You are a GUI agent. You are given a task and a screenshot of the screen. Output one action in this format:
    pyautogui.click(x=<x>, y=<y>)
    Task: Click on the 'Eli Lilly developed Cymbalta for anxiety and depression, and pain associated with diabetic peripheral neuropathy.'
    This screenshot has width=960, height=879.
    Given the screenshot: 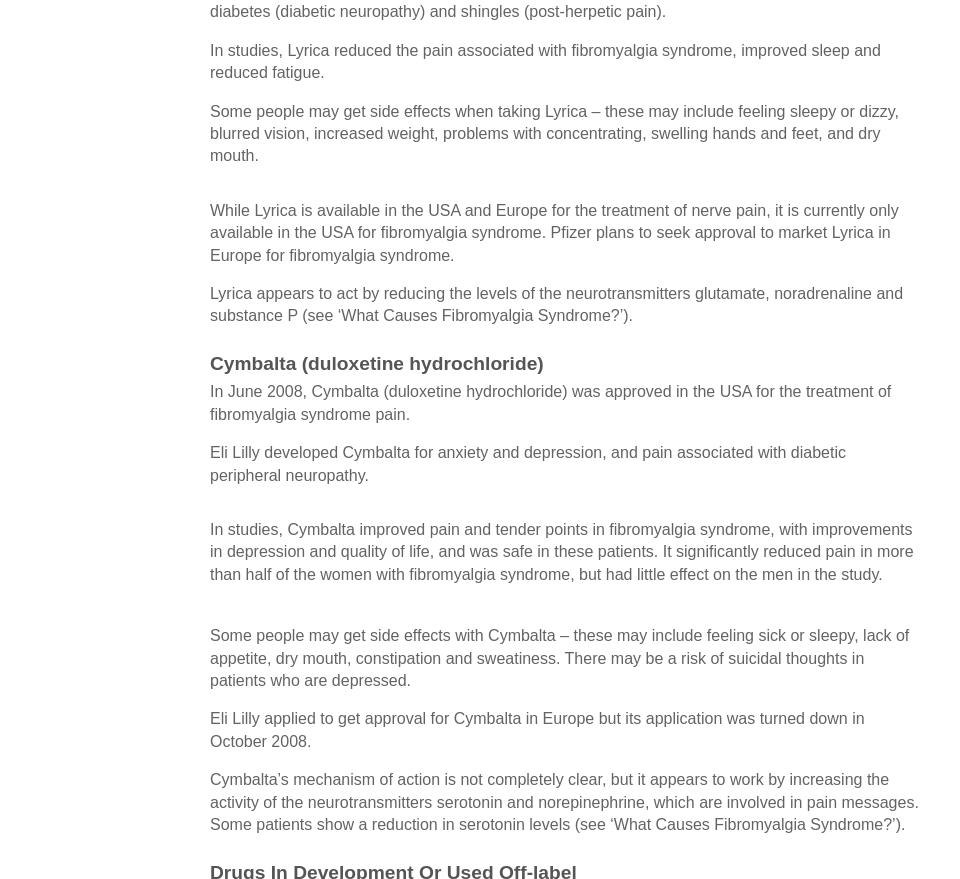 What is the action you would take?
    pyautogui.click(x=526, y=463)
    